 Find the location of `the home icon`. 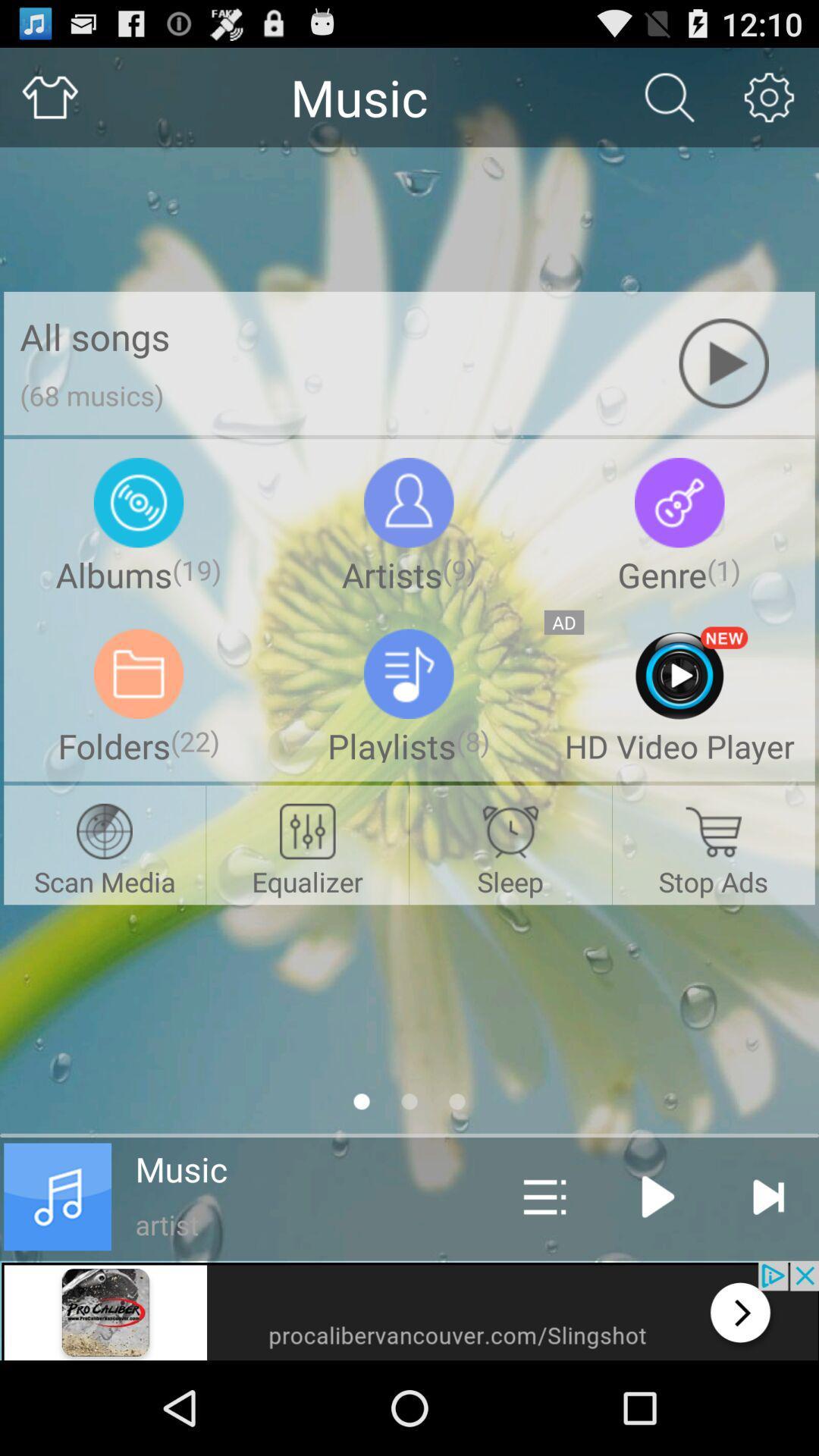

the home icon is located at coordinates (49, 103).